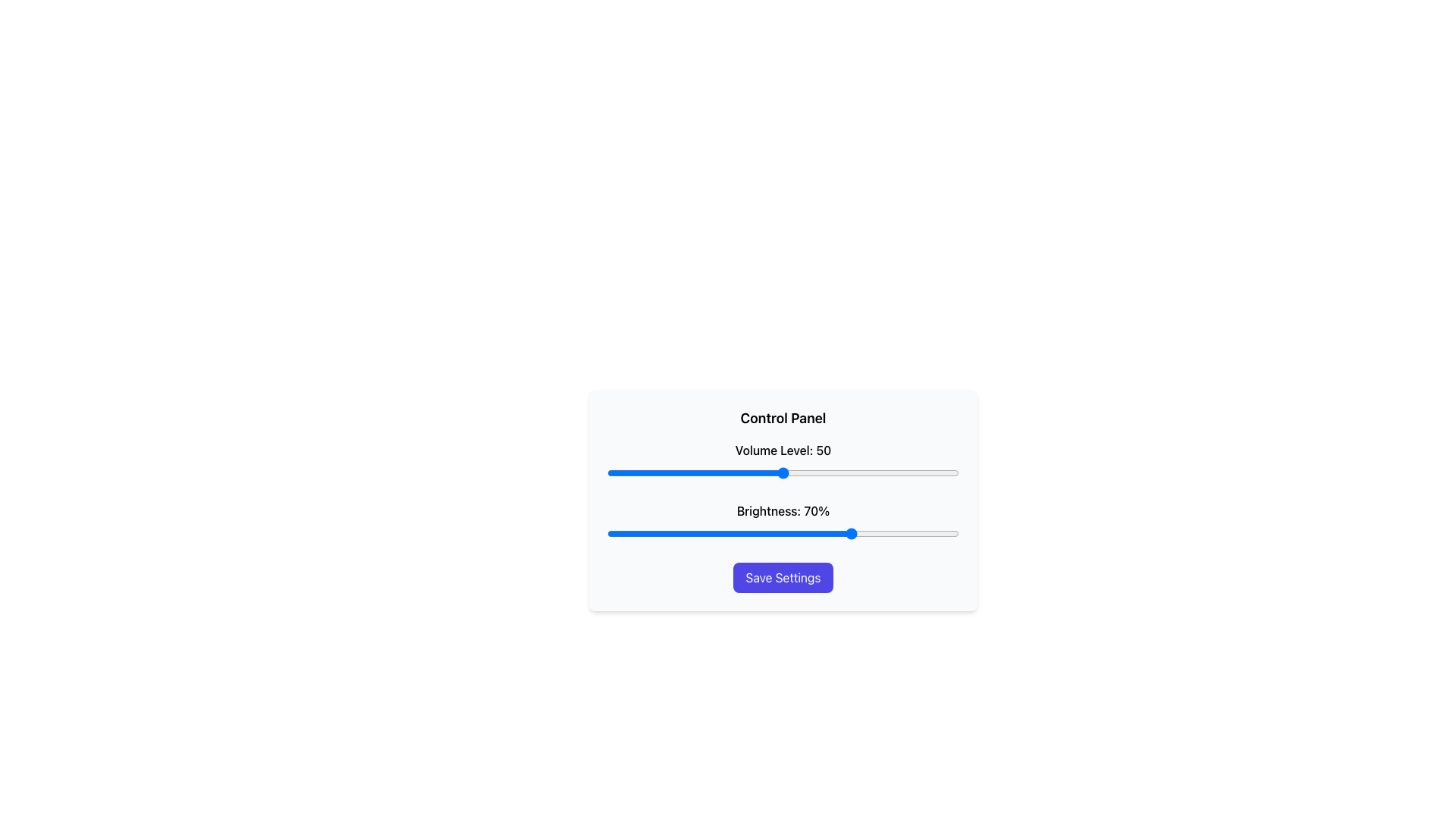 The image size is (1456, 819). Describe the element at coordinates (680, 472) in the screenshot. I see `the volume level` at that location.